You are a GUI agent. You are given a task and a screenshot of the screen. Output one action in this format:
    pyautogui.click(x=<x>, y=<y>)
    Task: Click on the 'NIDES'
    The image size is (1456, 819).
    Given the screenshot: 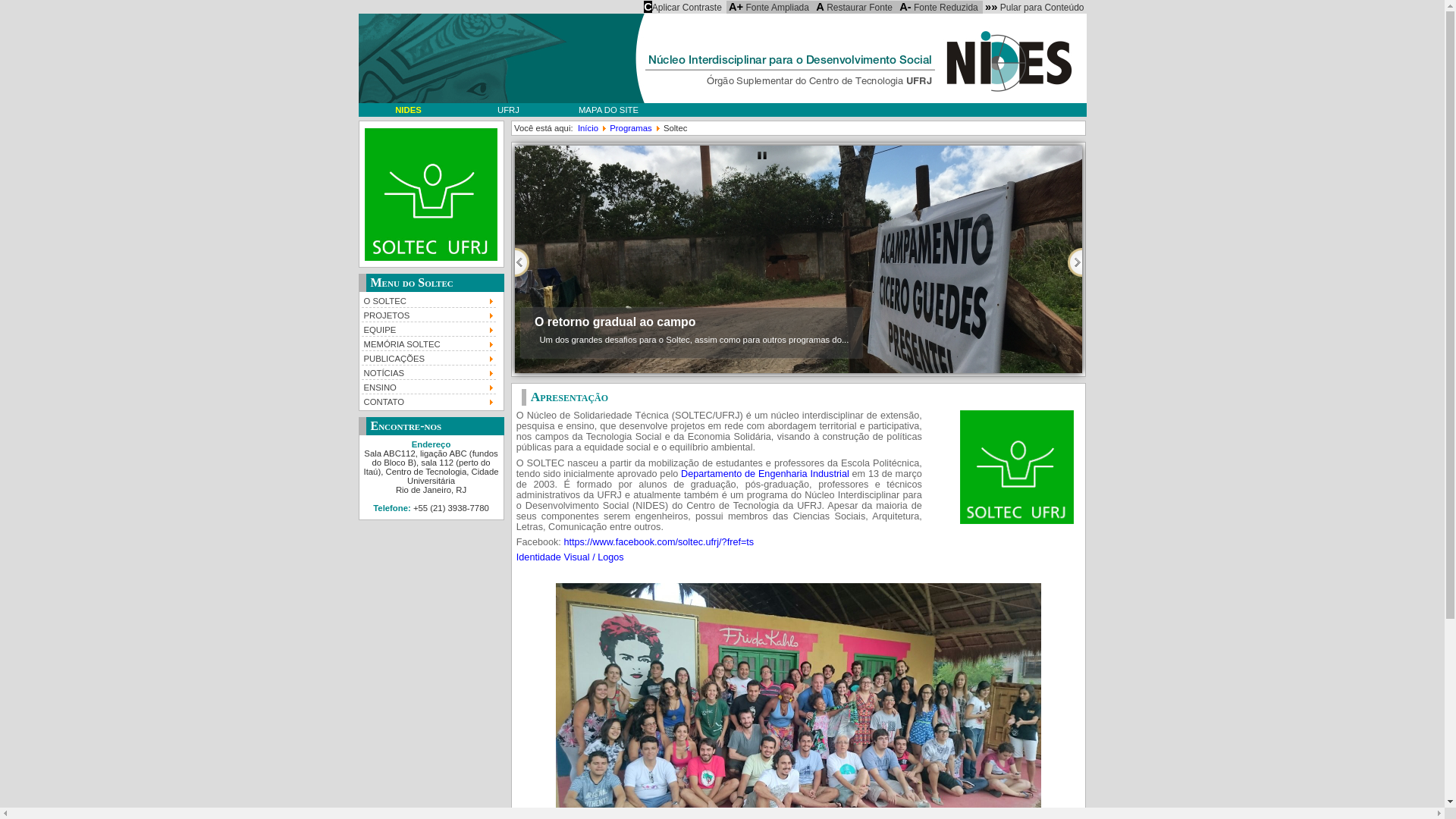 What is the action you would take?
    pyautogui.click(x=407, y=109)
    